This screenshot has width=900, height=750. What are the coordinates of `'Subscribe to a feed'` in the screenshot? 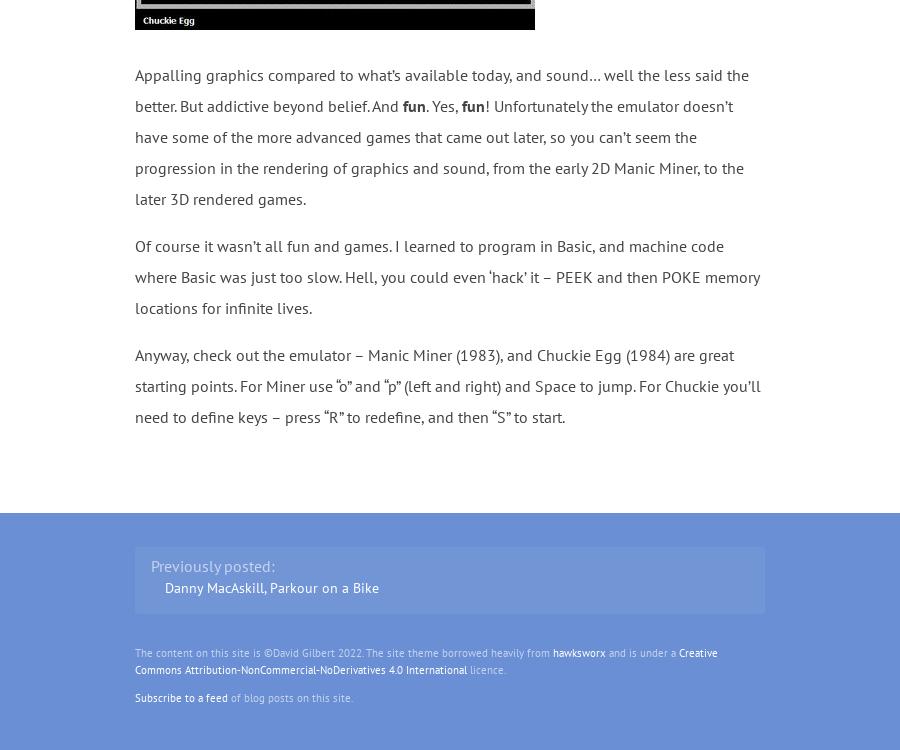 It's located at (181, 695).